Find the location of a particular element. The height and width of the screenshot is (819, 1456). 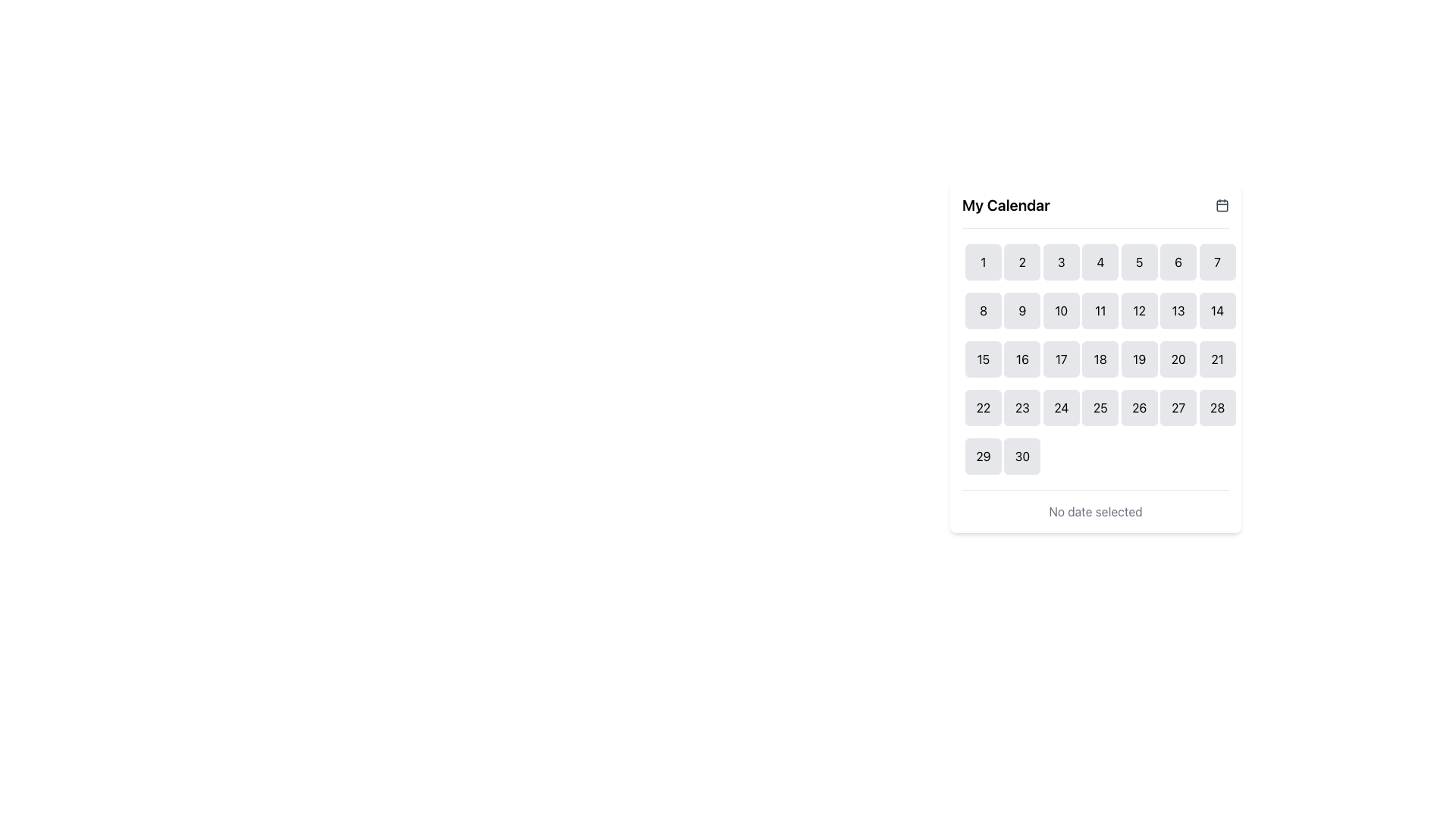

the selectable day button in the calendar view, which is the seventh item in the first row of a grid located in the top-right corner is located at coordinates (1217, 262).